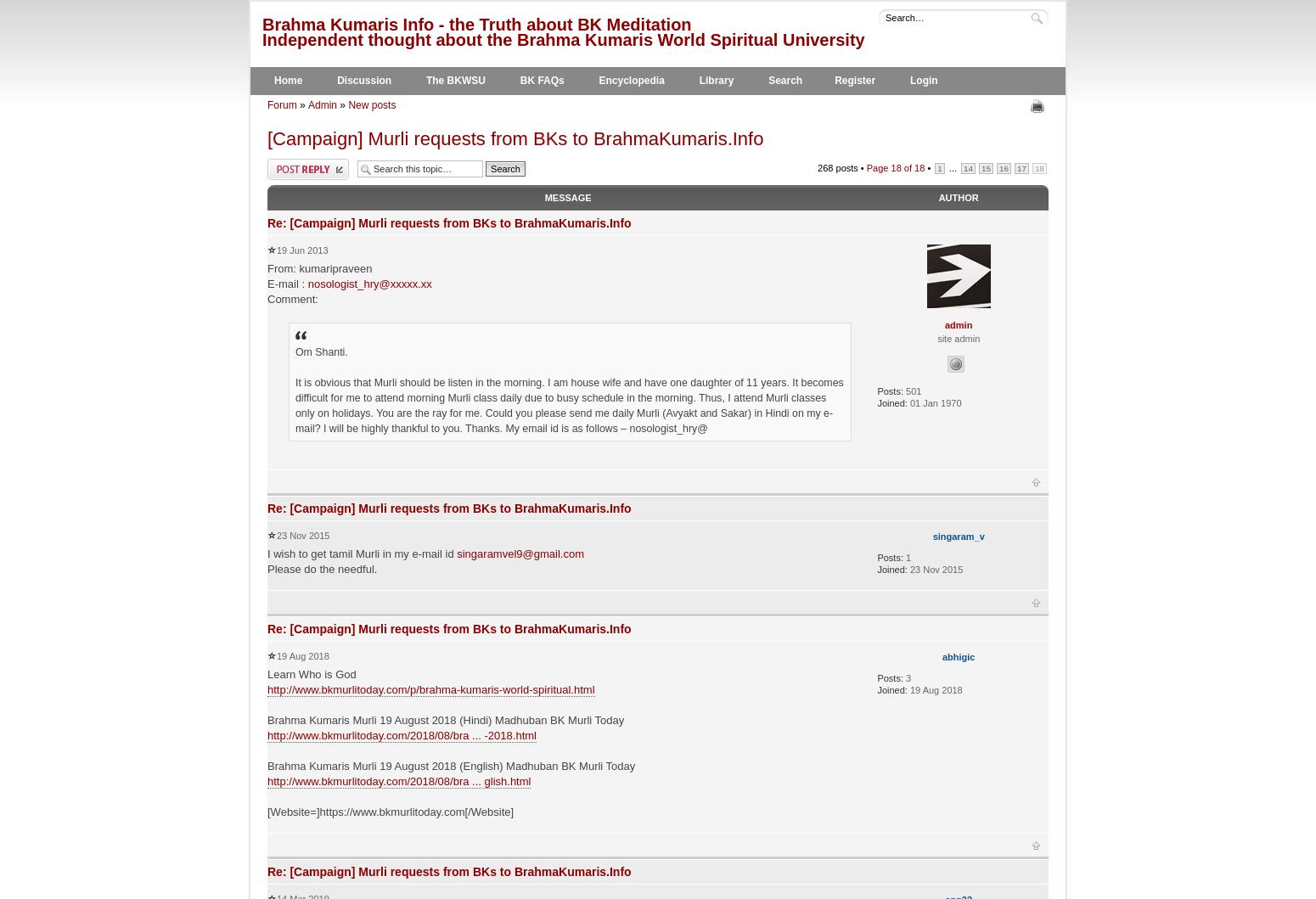 The image size is (1316, 899). Describe the element at coordinates (909, 80) in the screenshot. I see `'Login'` at that location.